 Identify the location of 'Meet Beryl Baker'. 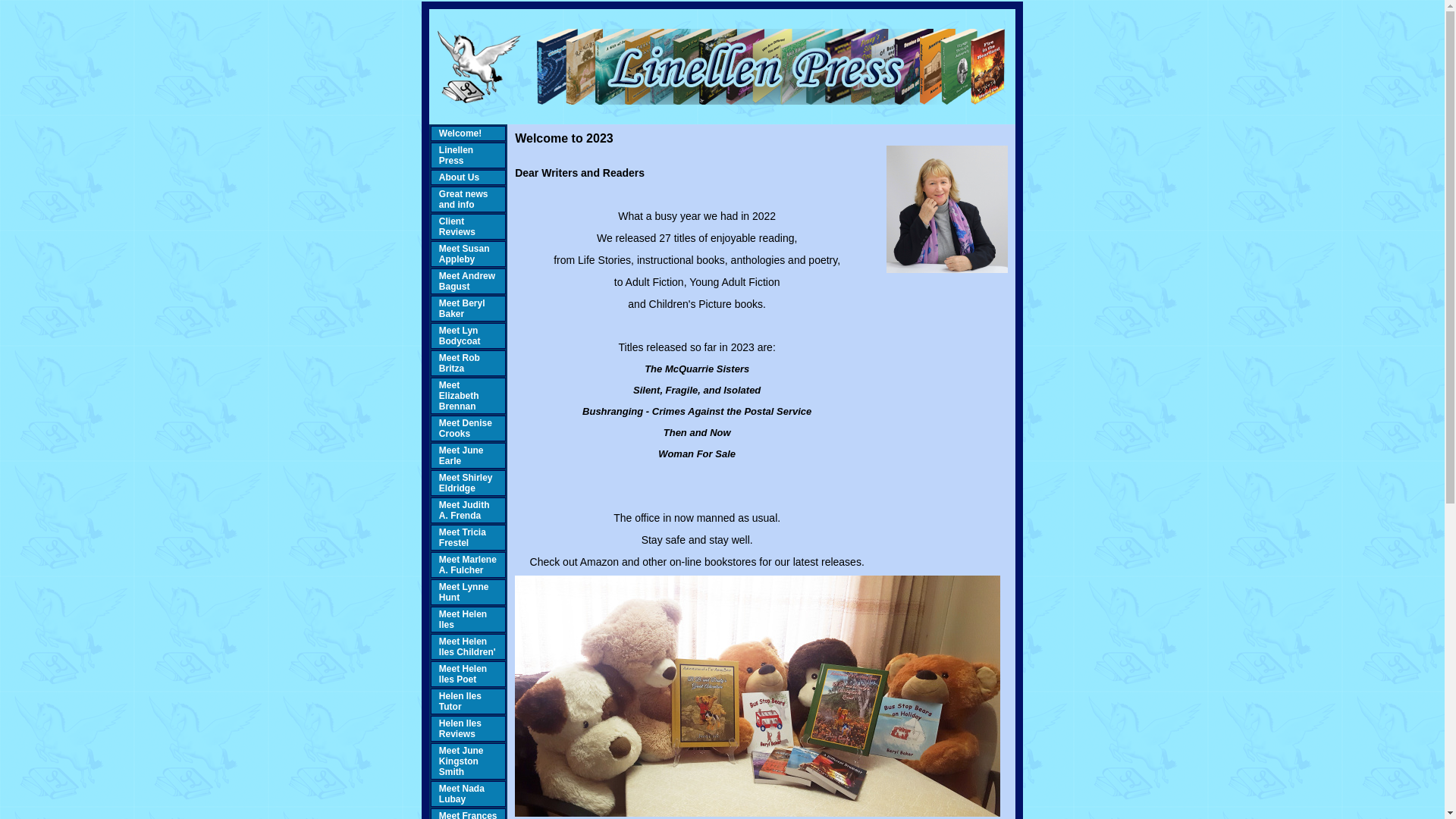
(438, 308).